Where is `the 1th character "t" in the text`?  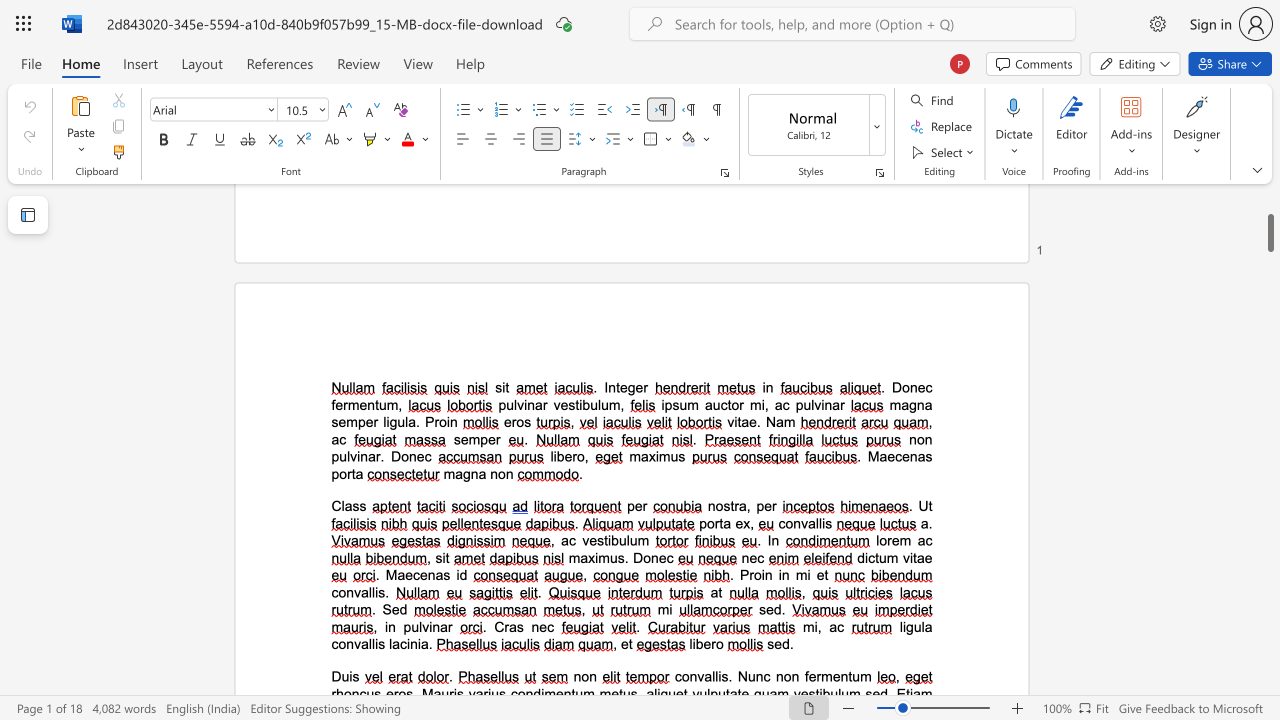 the 1th character "t" in the text is located at coordinates (353, 474).